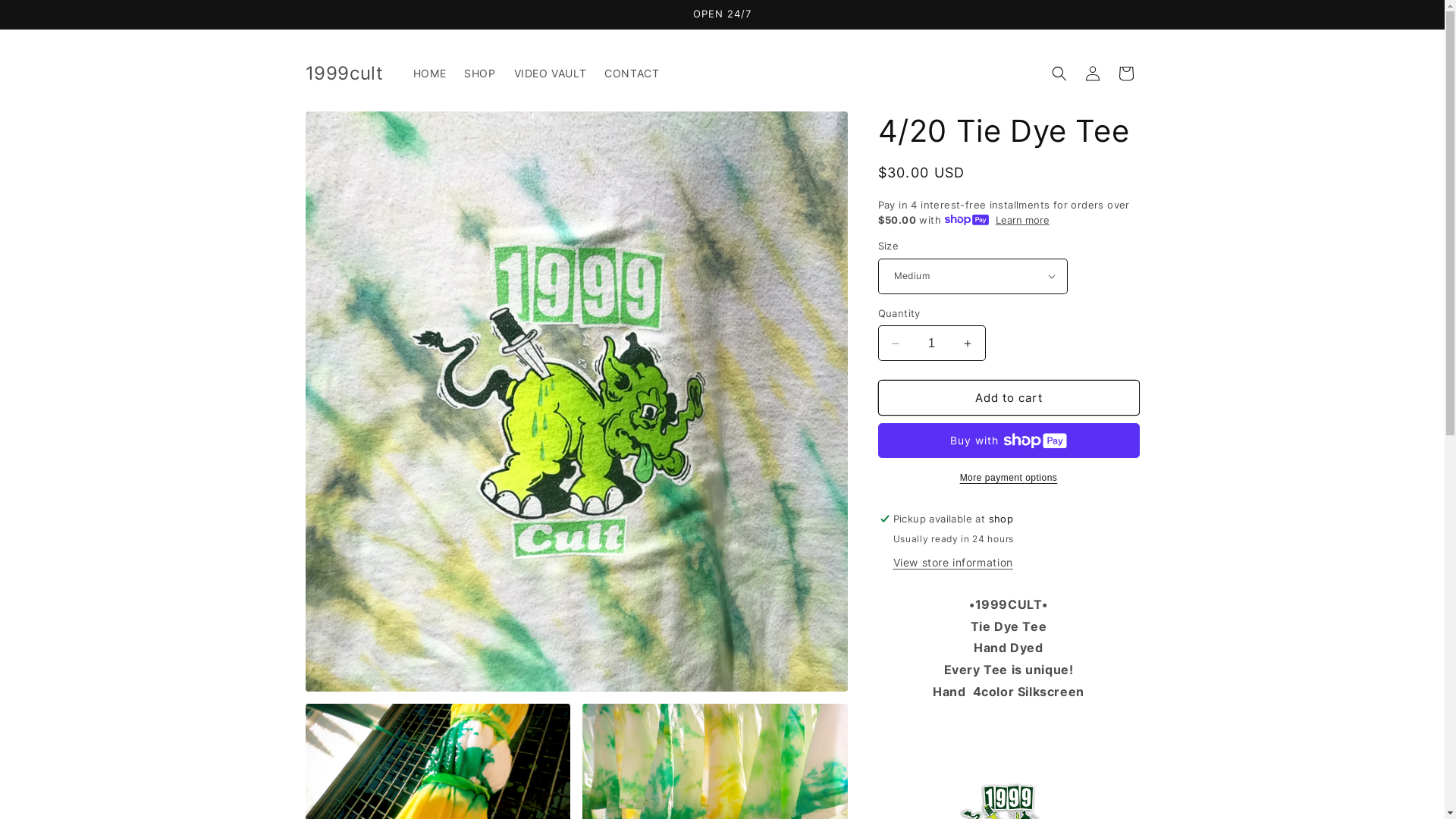 The height and width of the screenshot is (819, 1456). What do you see at coordinates (549, 73) in the screenshot?
I see `'VIDEO VAULT'` at bounding box center [549, 73].